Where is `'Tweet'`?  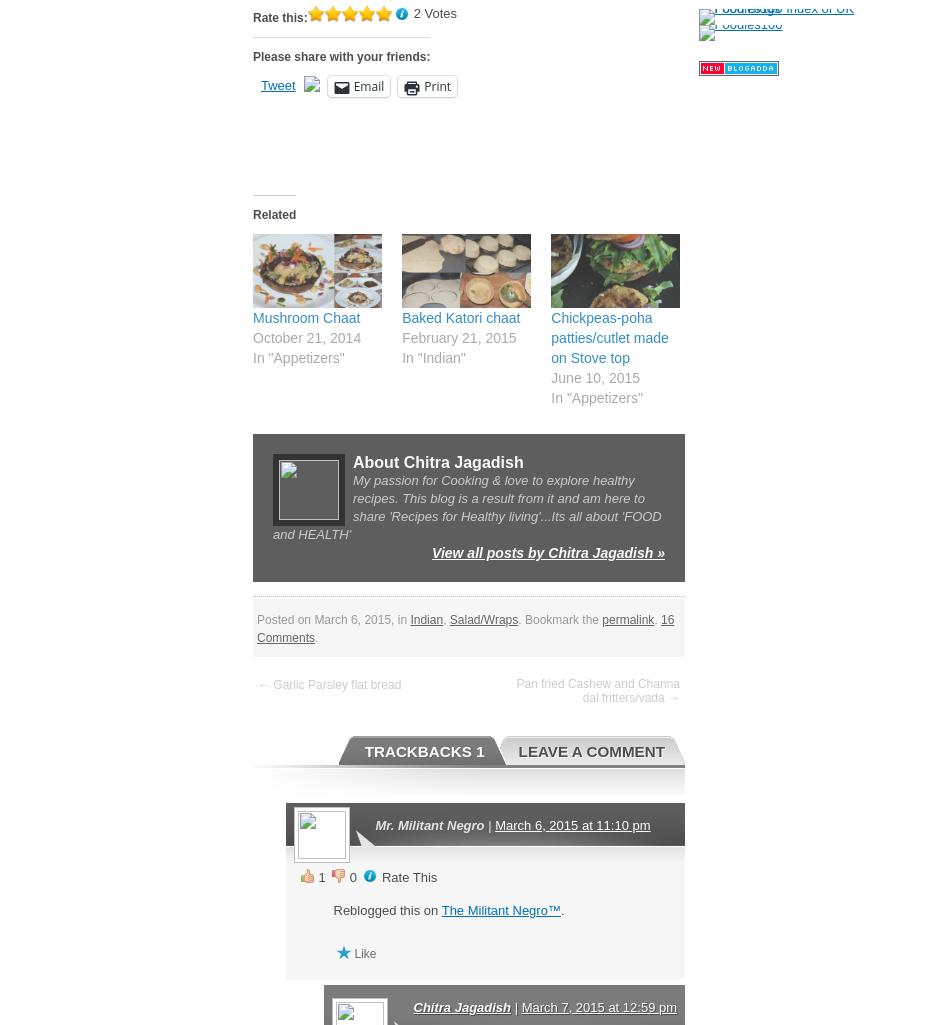 'Tweet' is located at coordinates (261, 84).